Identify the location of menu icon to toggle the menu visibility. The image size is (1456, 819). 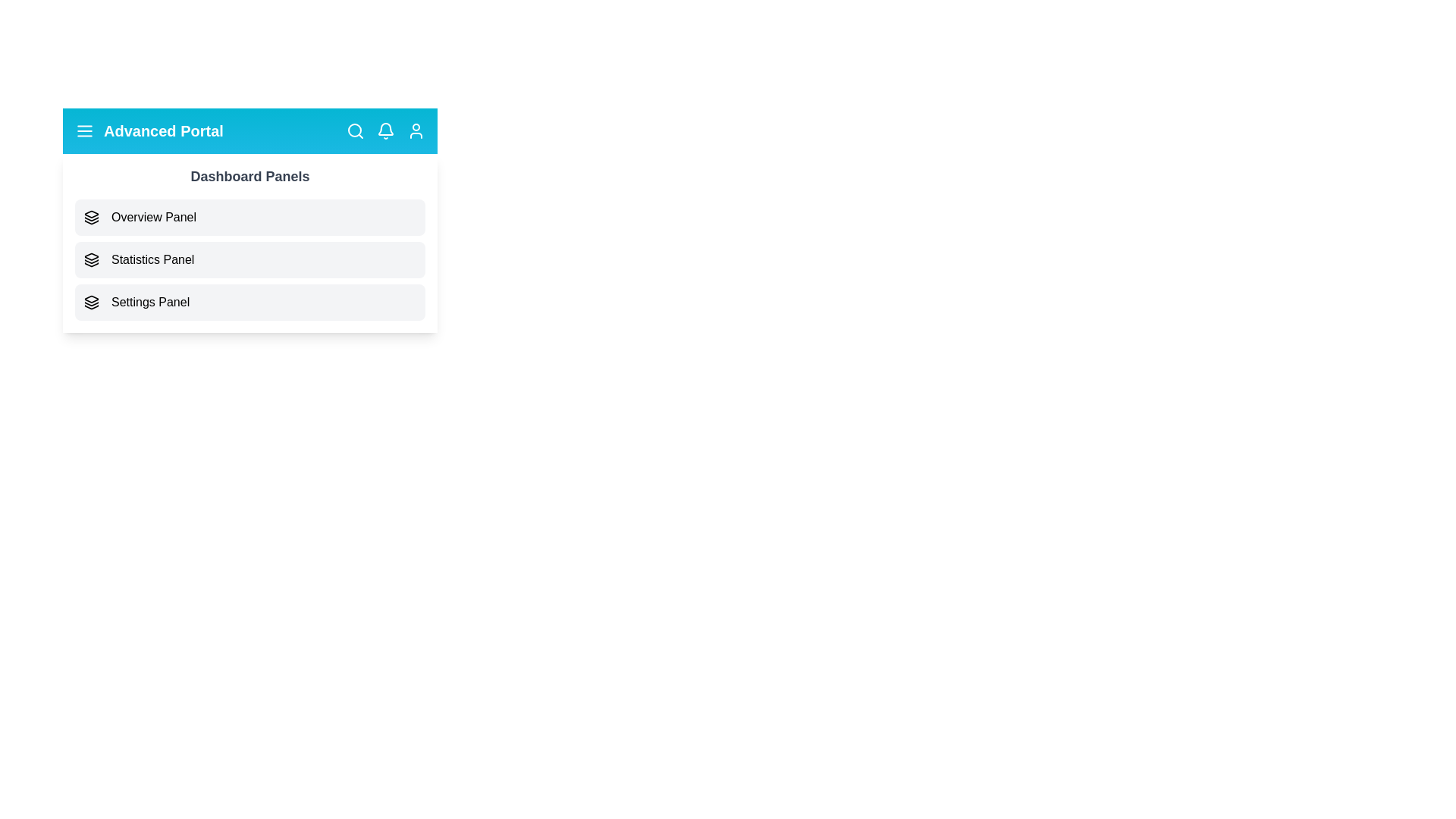
(83, 130).